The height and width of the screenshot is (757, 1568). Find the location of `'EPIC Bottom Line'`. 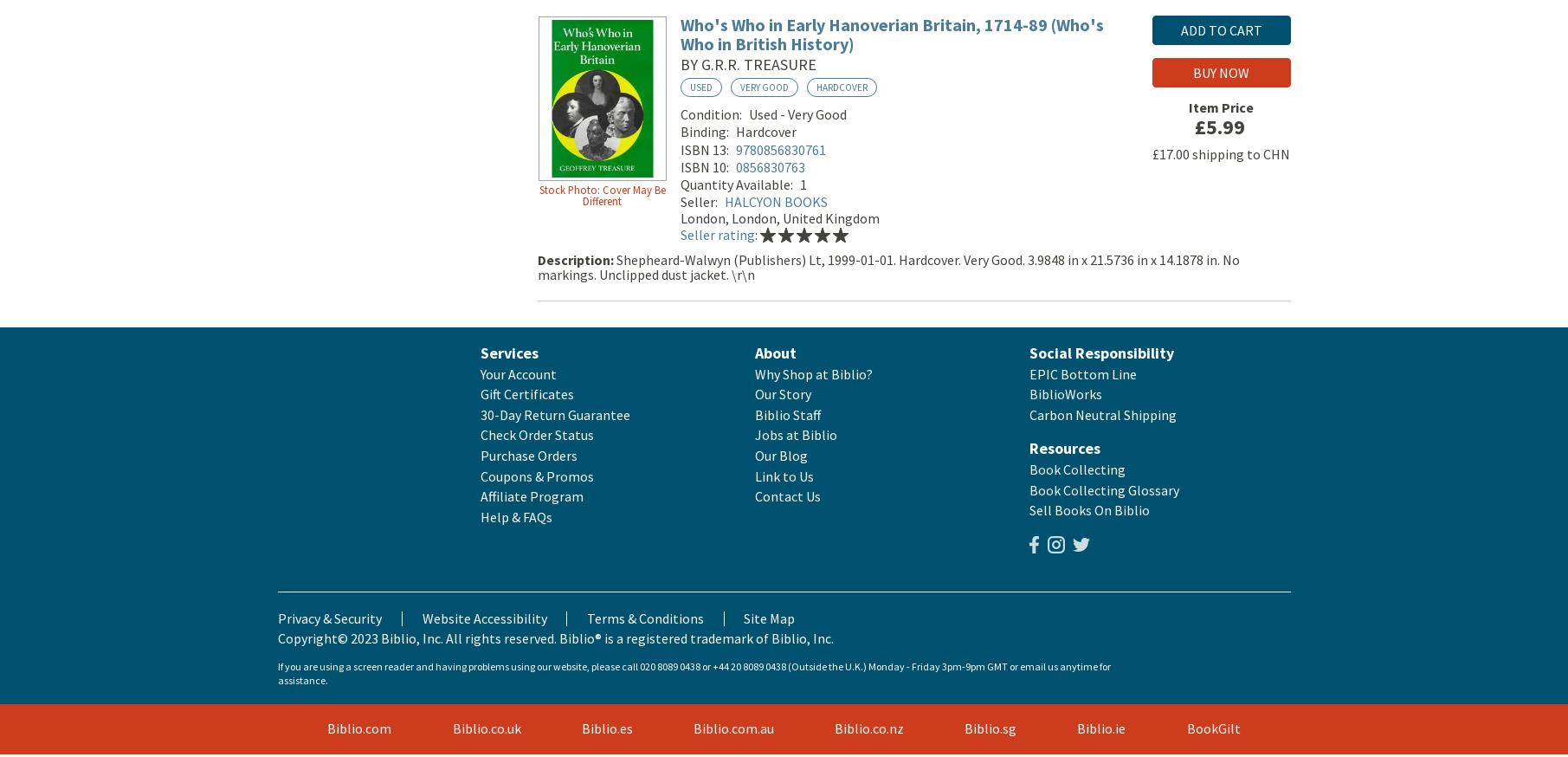

'EPIC Bottom Line' is located at coordinates (1083, 376).